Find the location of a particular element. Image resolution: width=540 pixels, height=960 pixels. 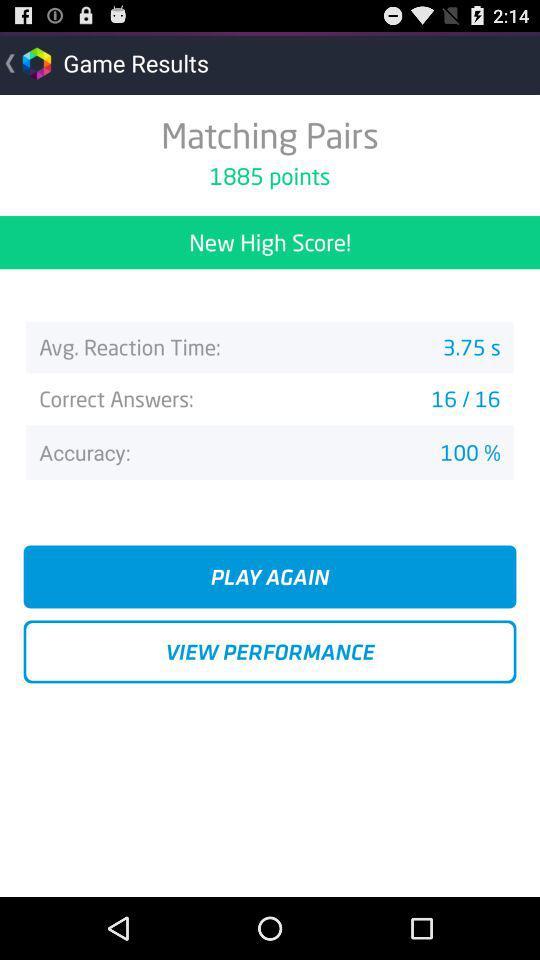

the view performance item is located at coordinates (270, 650).